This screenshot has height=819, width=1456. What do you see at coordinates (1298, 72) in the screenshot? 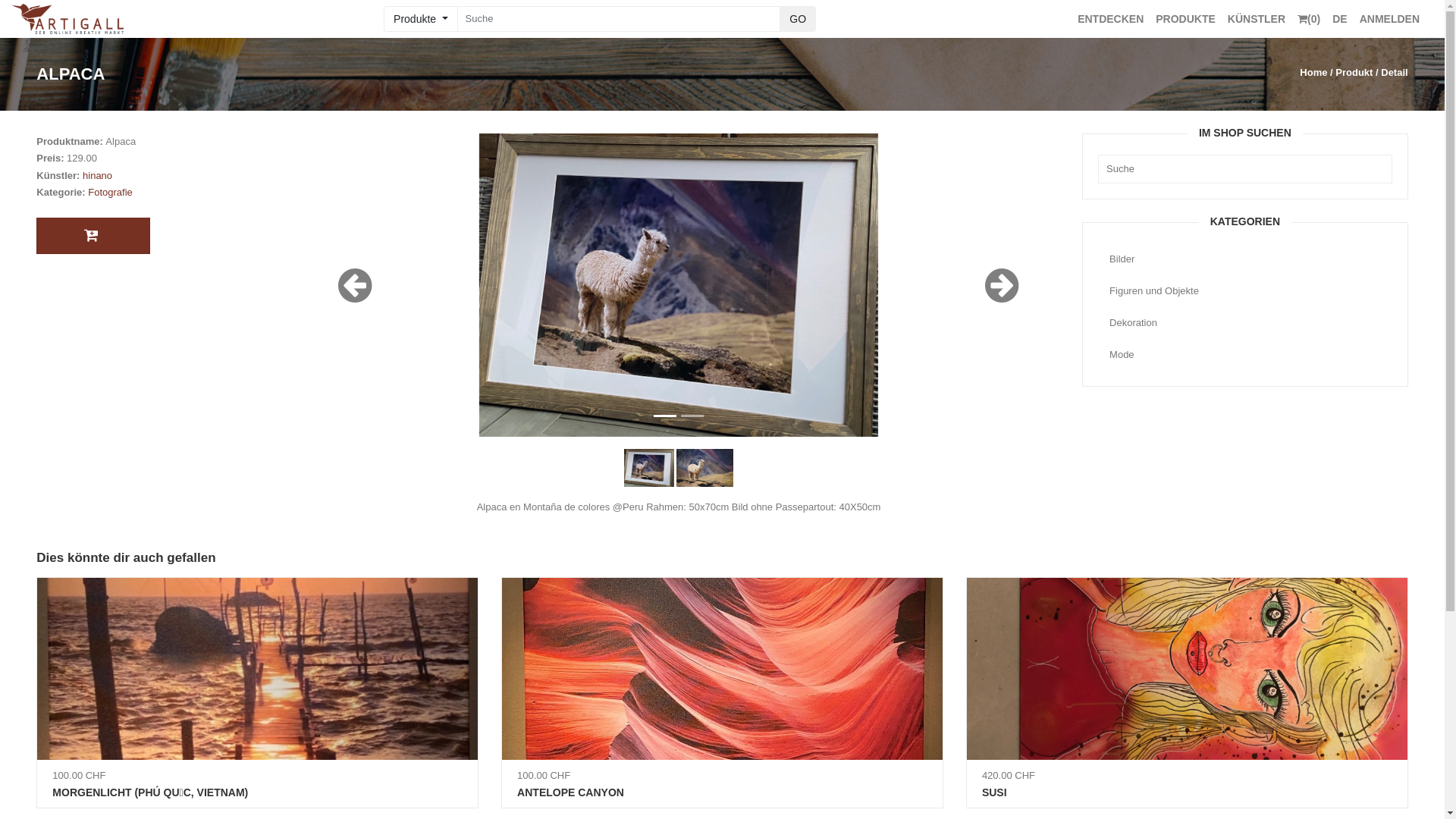
I see `'Home'` at bounding box center [1298, 72].